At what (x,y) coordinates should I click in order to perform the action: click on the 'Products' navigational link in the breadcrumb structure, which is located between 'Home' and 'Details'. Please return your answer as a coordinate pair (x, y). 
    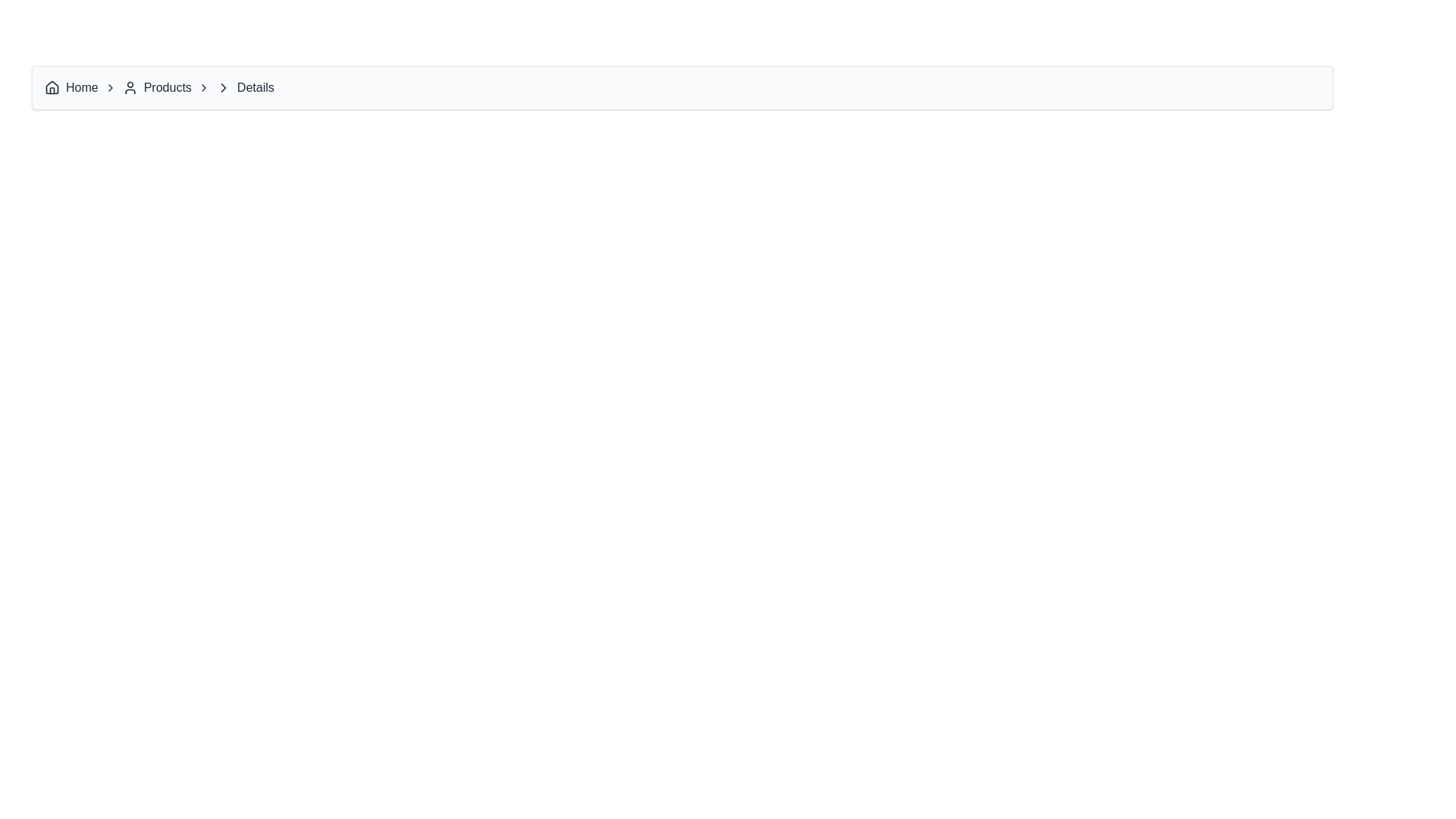
    Looking at the image, I should click on (166, 87).